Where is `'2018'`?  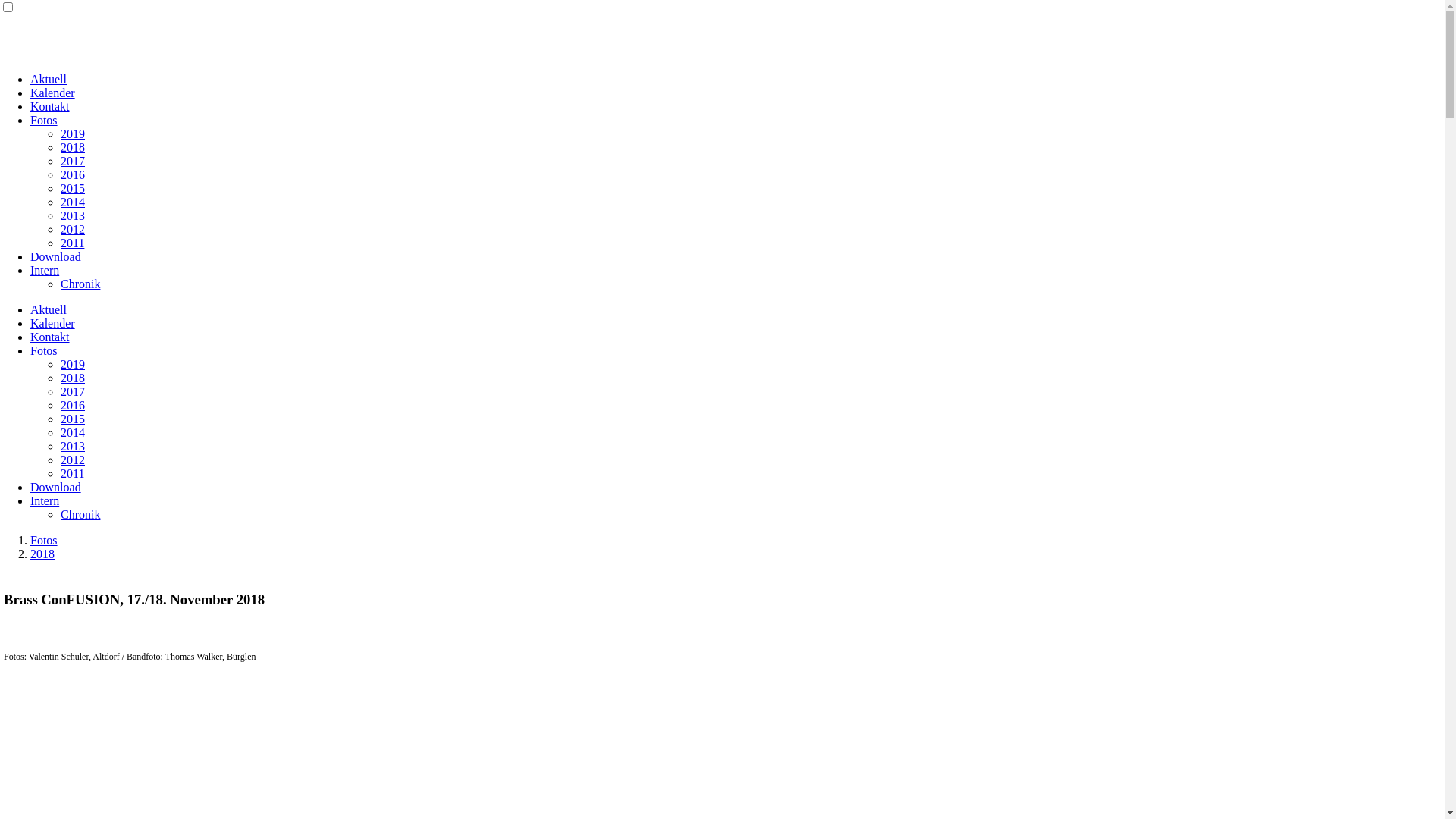
'2018' is located at coordinates (42, 554).